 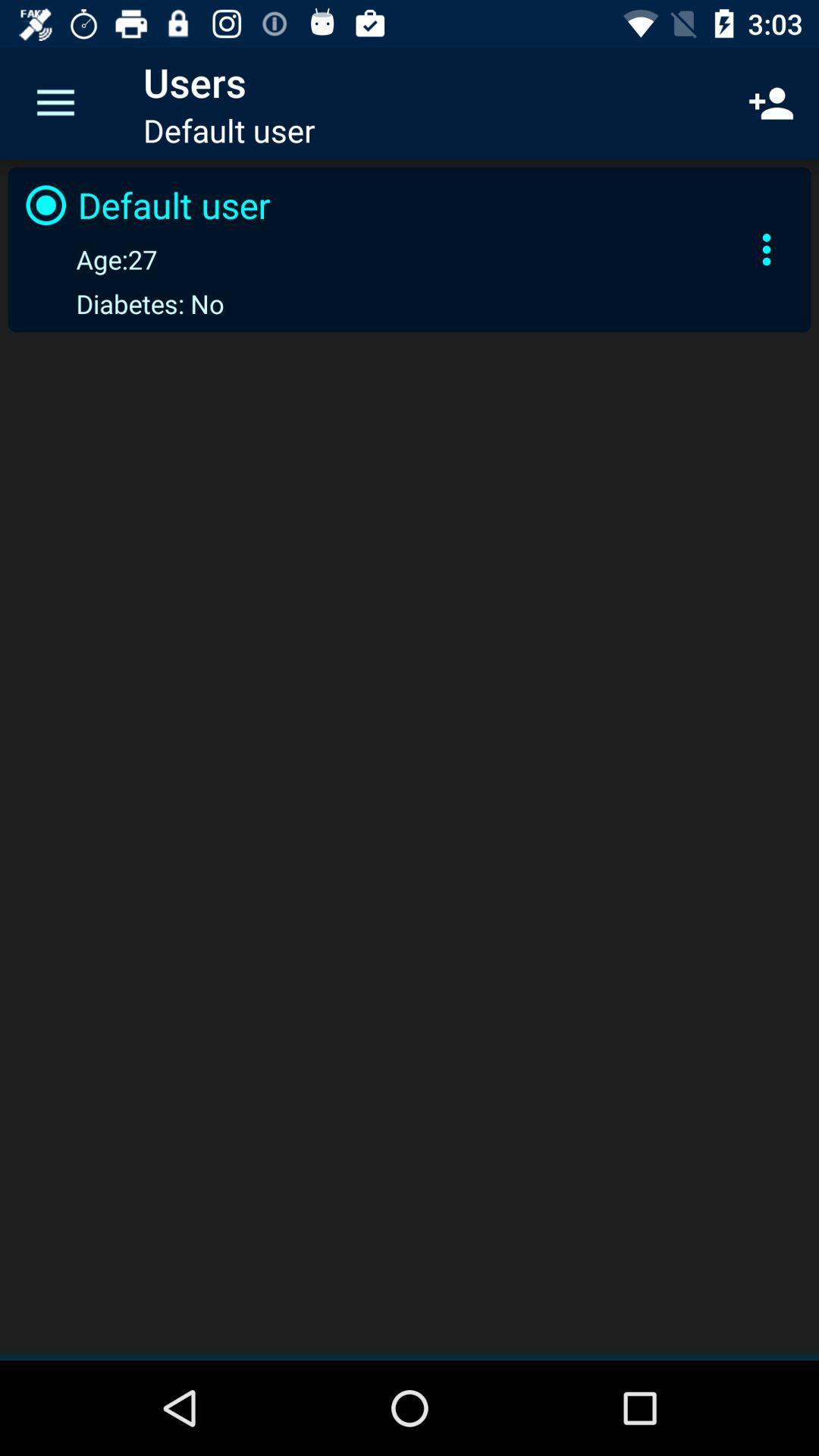 What do you see at coordinates (121, 303) in the screenshot?
I see `icon below age:27 icon` at bounding box center [121, 303].